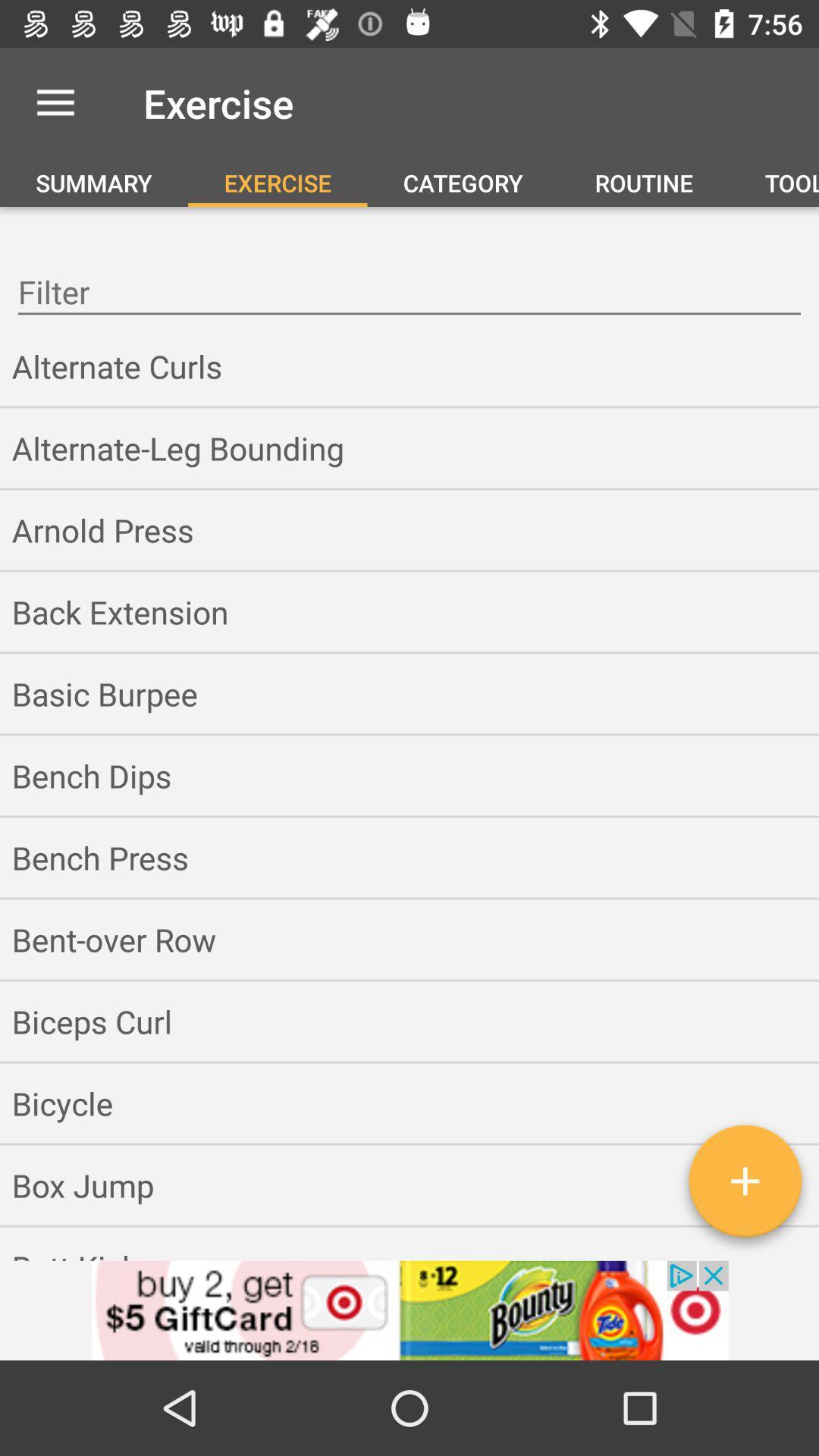 This screenshot has width=819, height=1456. What do you see at coordinates (744, 1186) in the screenshot?
I see `plus an exercise` at bounding box center [744, 1186].